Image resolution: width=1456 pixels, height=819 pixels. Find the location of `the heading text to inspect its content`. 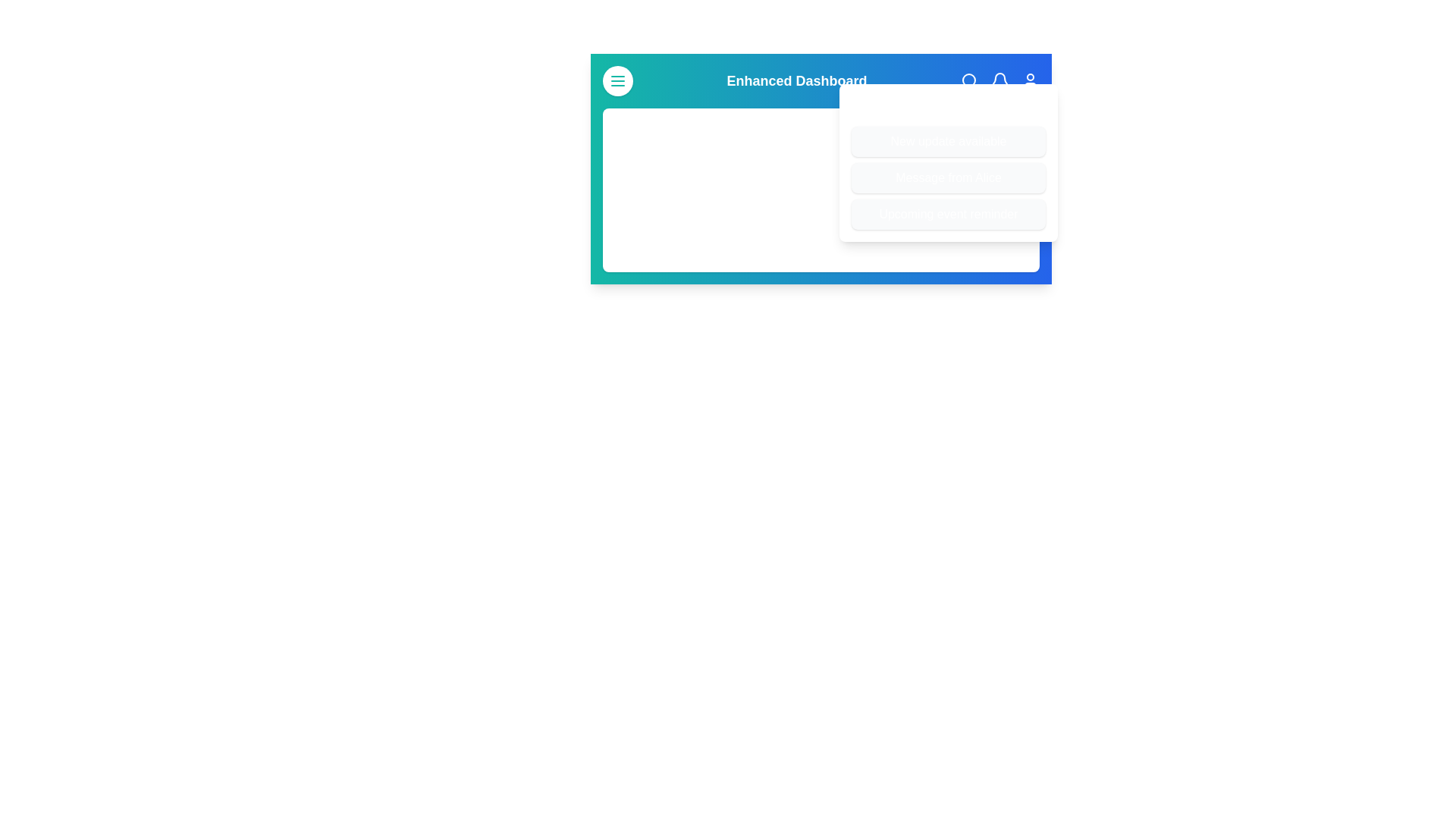

the heading text to inspect its content is located at coordinates (821, 81).